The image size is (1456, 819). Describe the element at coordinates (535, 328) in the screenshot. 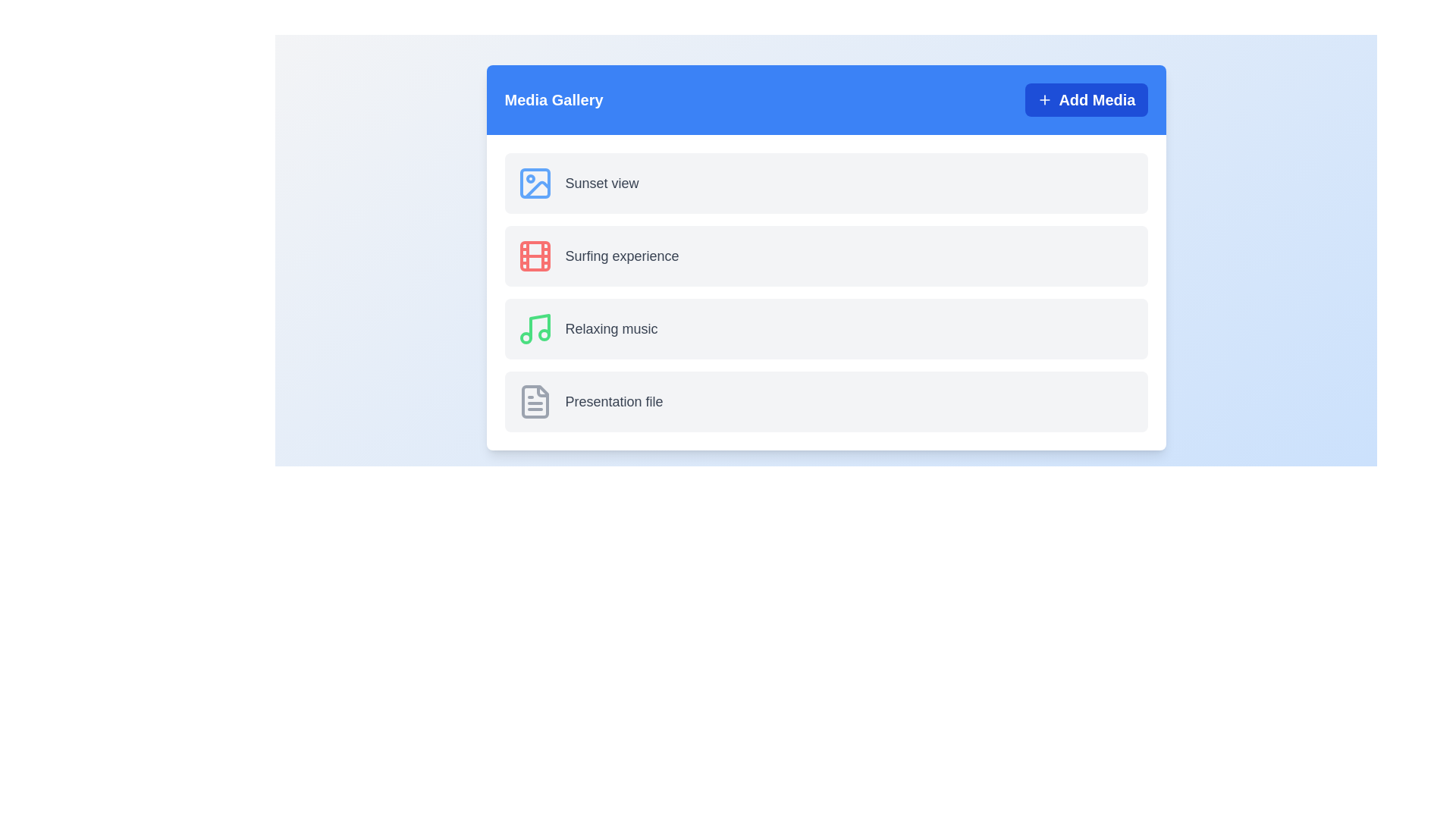

I see `the music-related icon located in the 'Relaxing music' list item, which is the first component to the left of the label in the Media Gallery section` at that location.